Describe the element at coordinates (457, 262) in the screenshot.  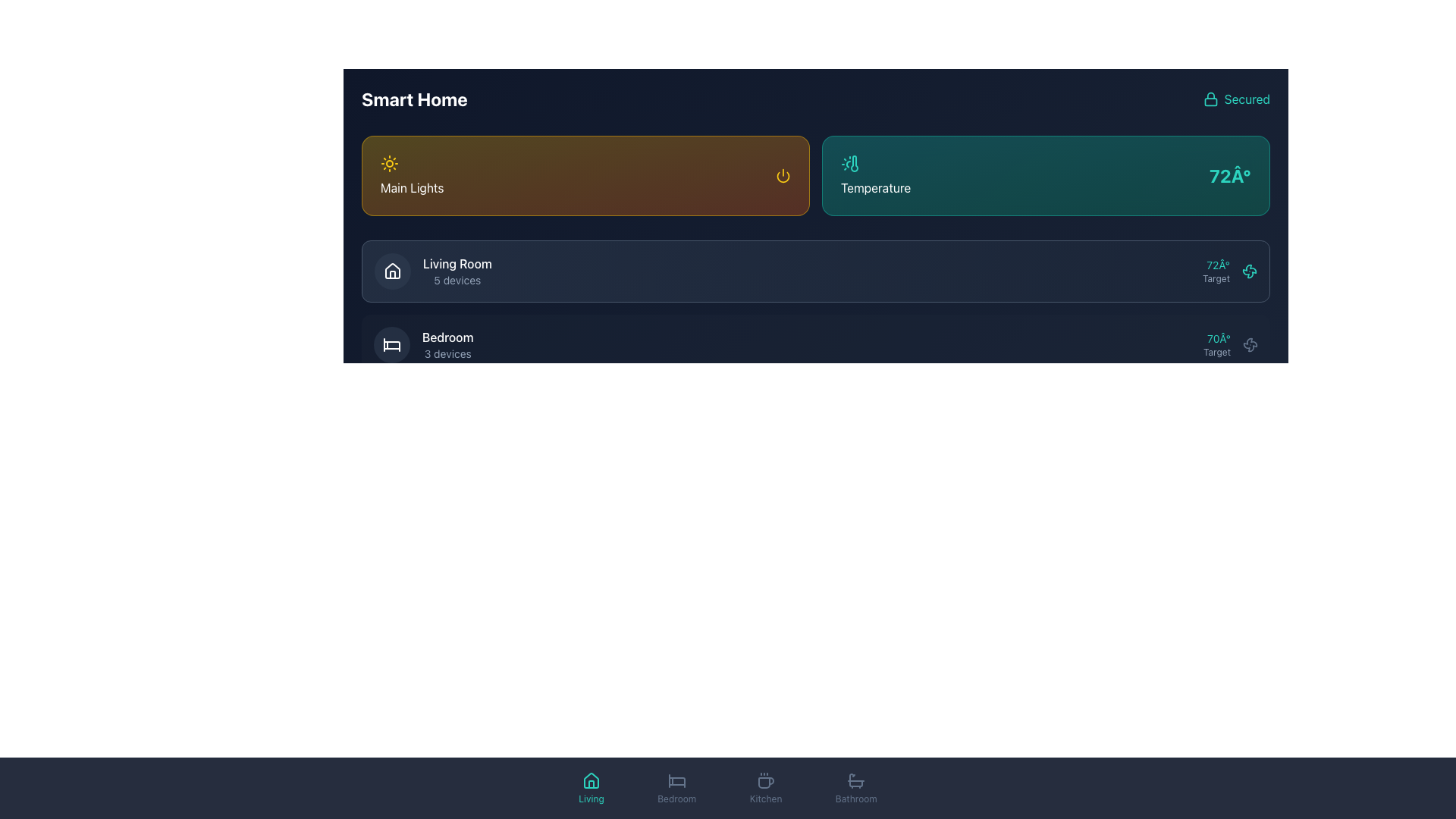
I see `the 'Living Room' text label, which is displayed in white on a dark background, located within the panel labeled 'Living Room 5 devices'` at that location.